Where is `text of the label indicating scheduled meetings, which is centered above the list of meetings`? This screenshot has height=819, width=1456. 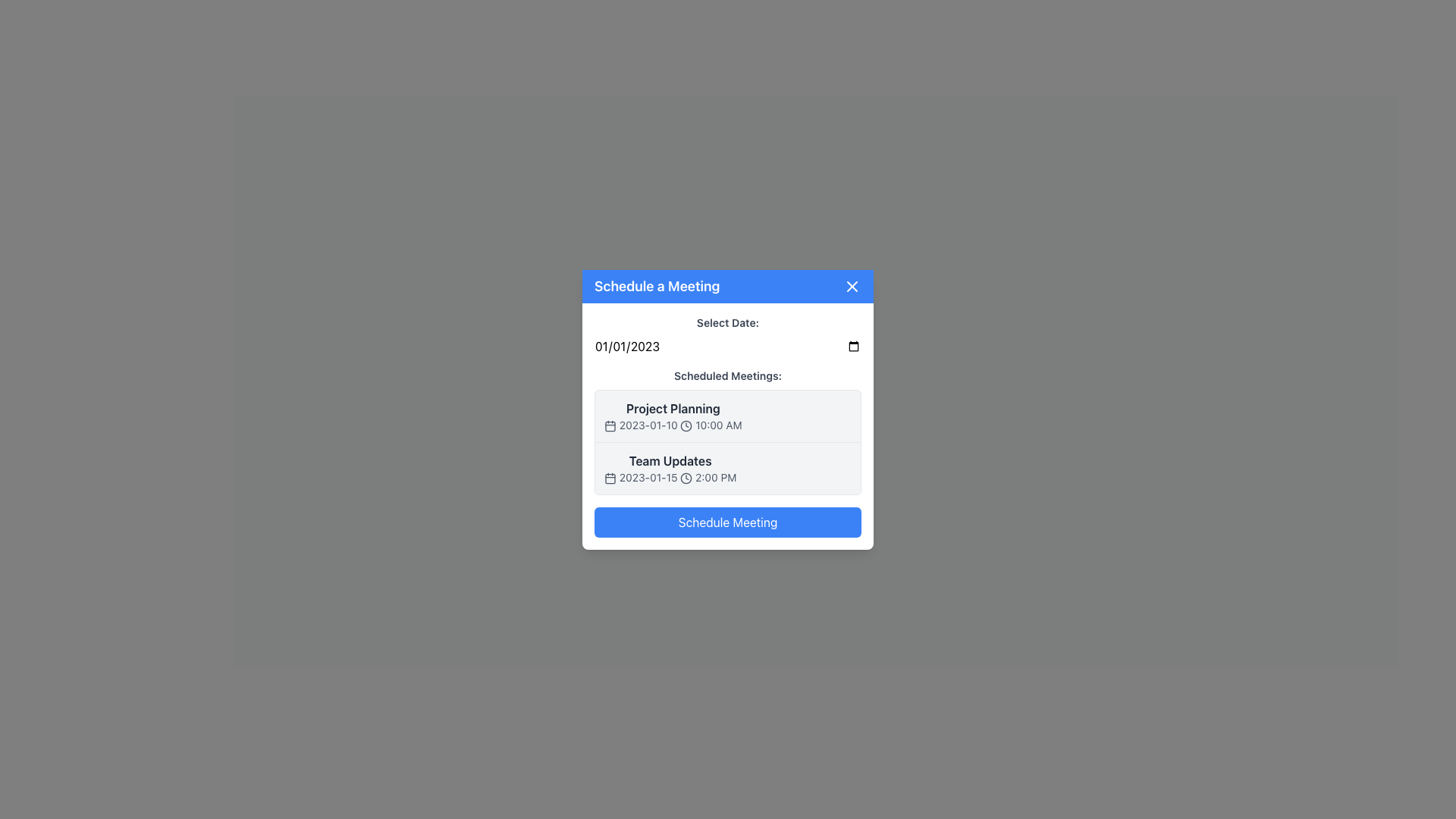 text of the label indicating scheduled meetings, which is centered above the list of meetings is located at coordinates (728, 375).